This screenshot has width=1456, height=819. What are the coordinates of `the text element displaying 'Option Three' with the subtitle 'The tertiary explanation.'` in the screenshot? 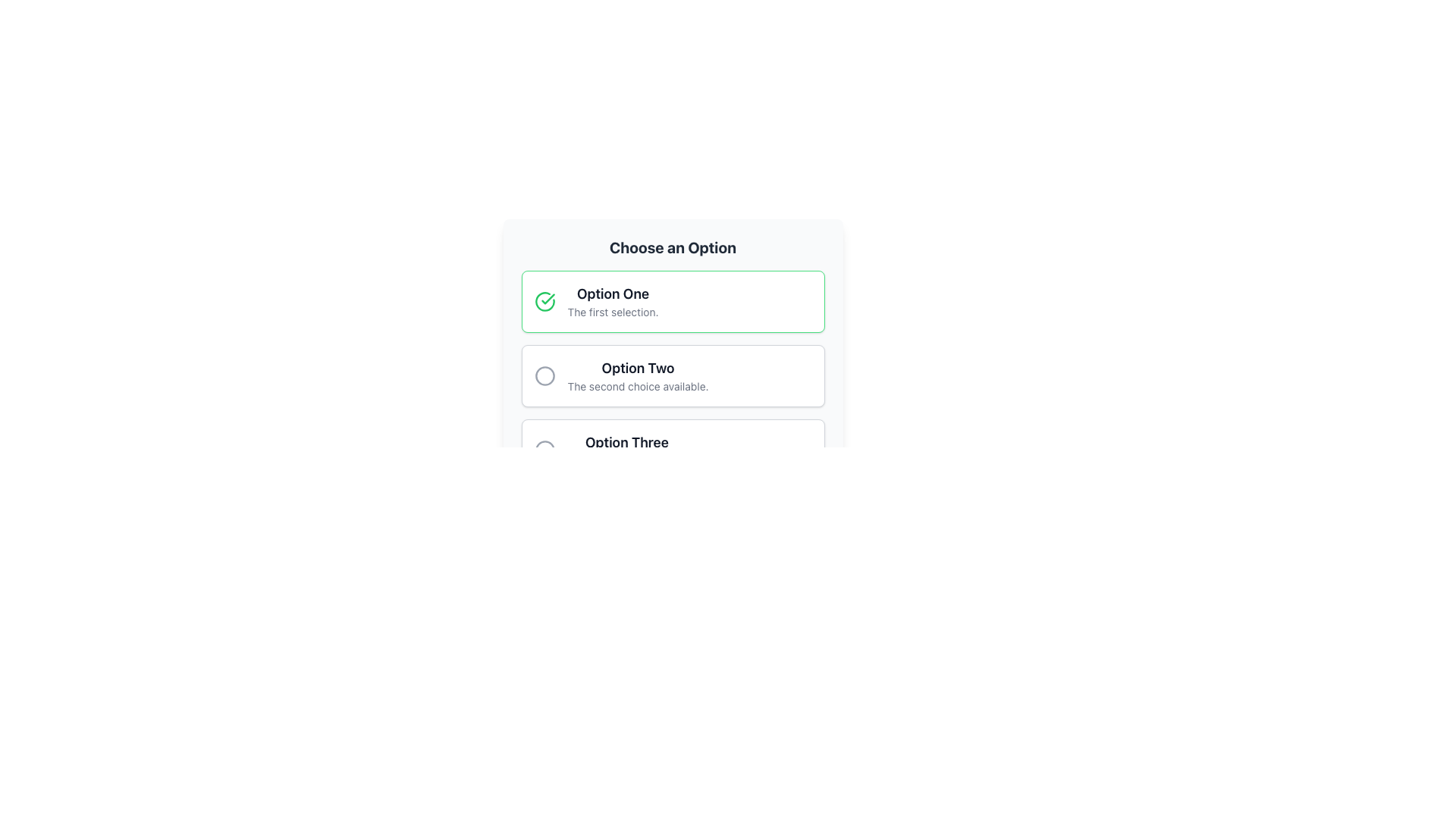 It's located at (626, 450).